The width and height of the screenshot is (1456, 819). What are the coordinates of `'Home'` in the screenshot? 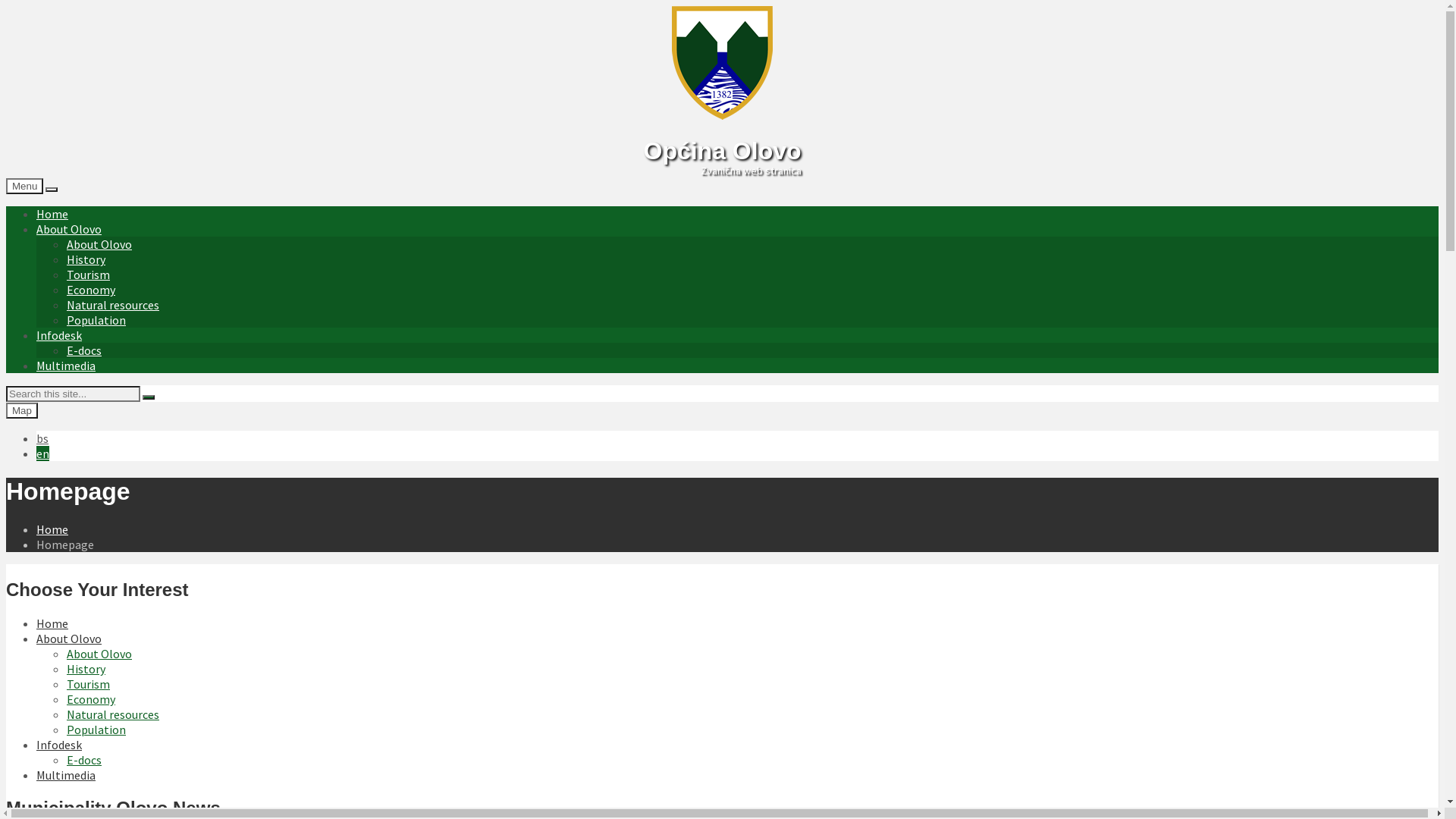 It's located at (52, 529).